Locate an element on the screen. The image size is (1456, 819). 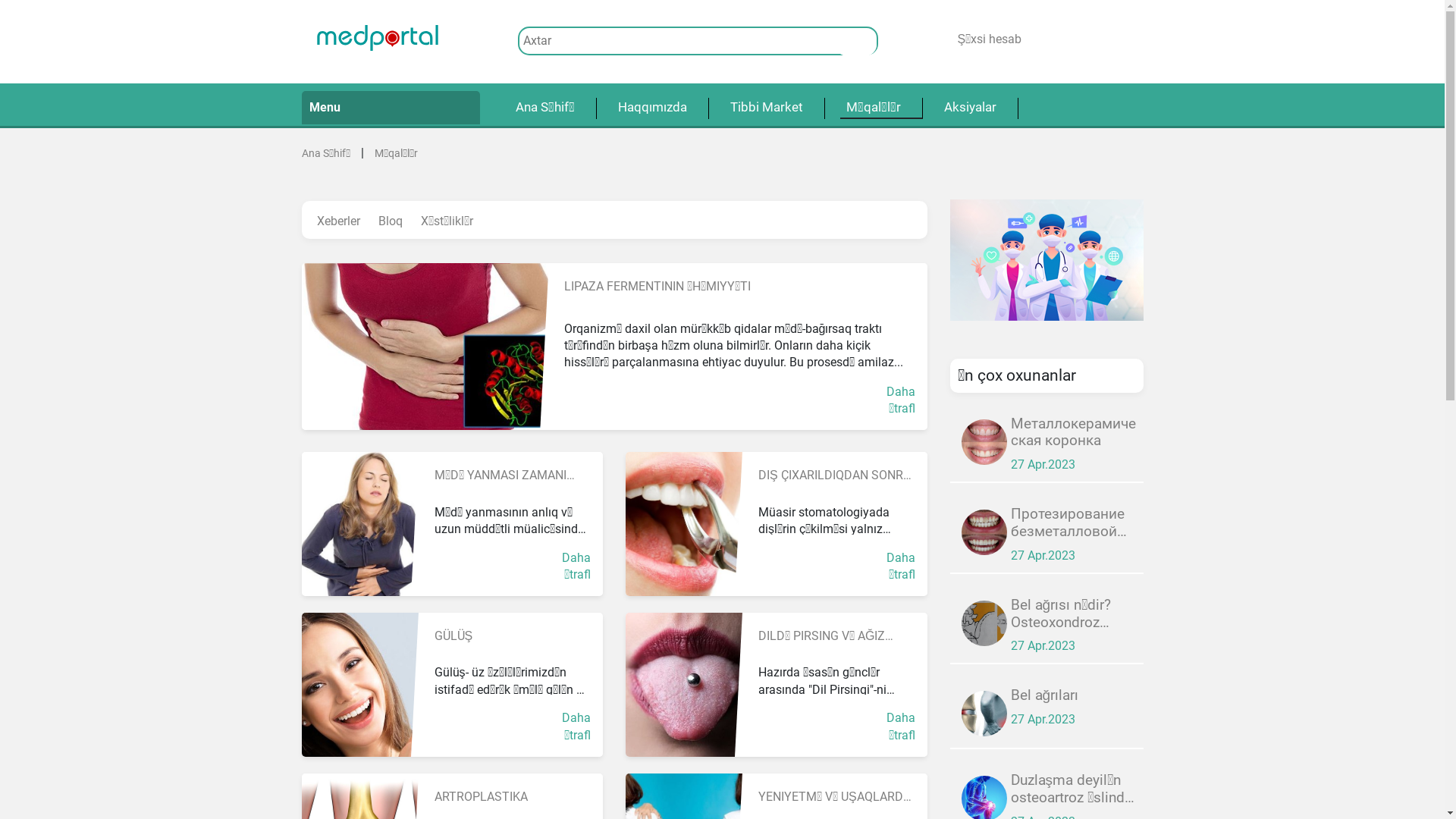
'Tibbi Market' is located at coordinates (765, 107).